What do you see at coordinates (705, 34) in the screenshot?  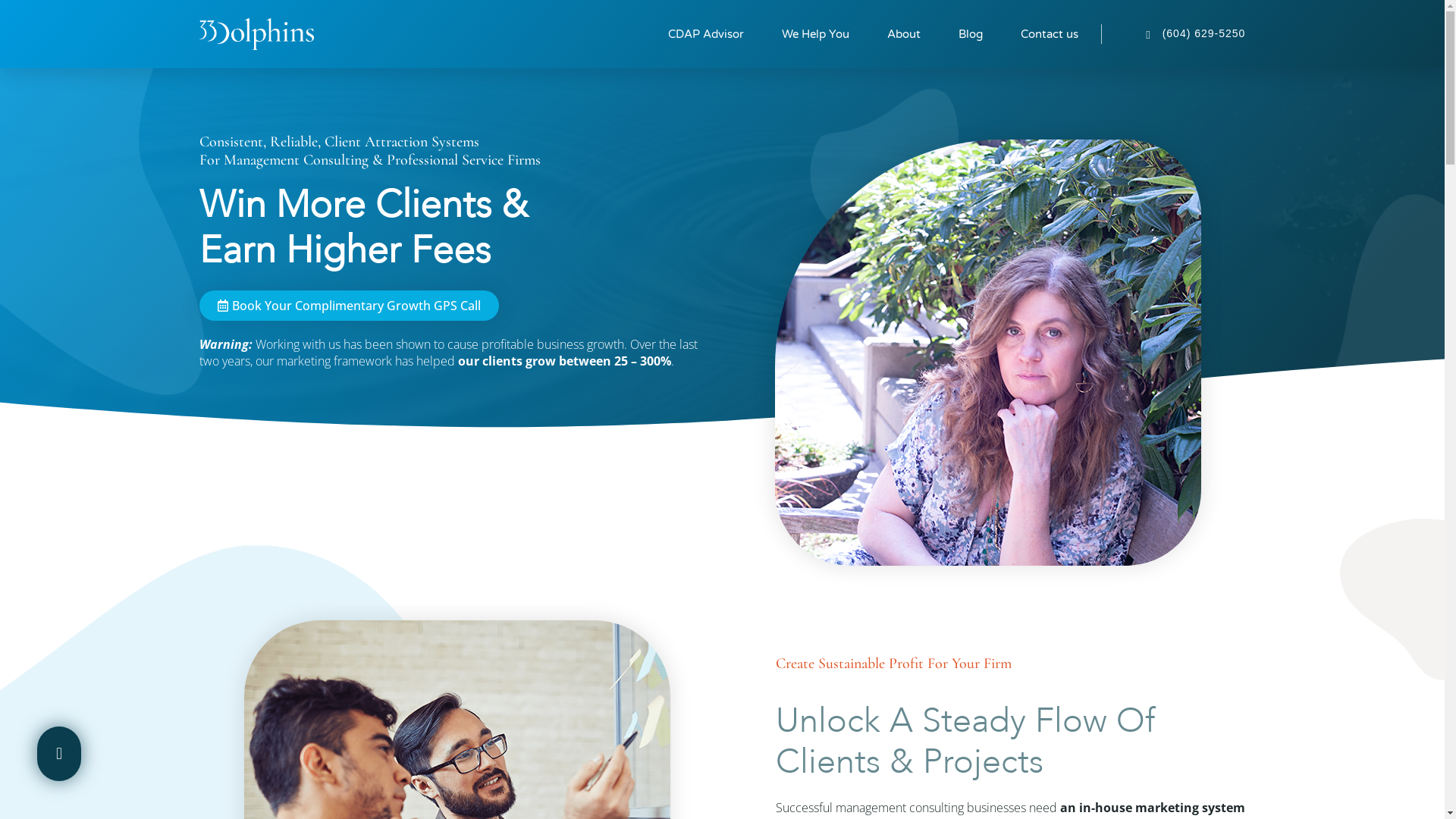 I see `'CDAP Advisor'` at bounding box center [705, 34].